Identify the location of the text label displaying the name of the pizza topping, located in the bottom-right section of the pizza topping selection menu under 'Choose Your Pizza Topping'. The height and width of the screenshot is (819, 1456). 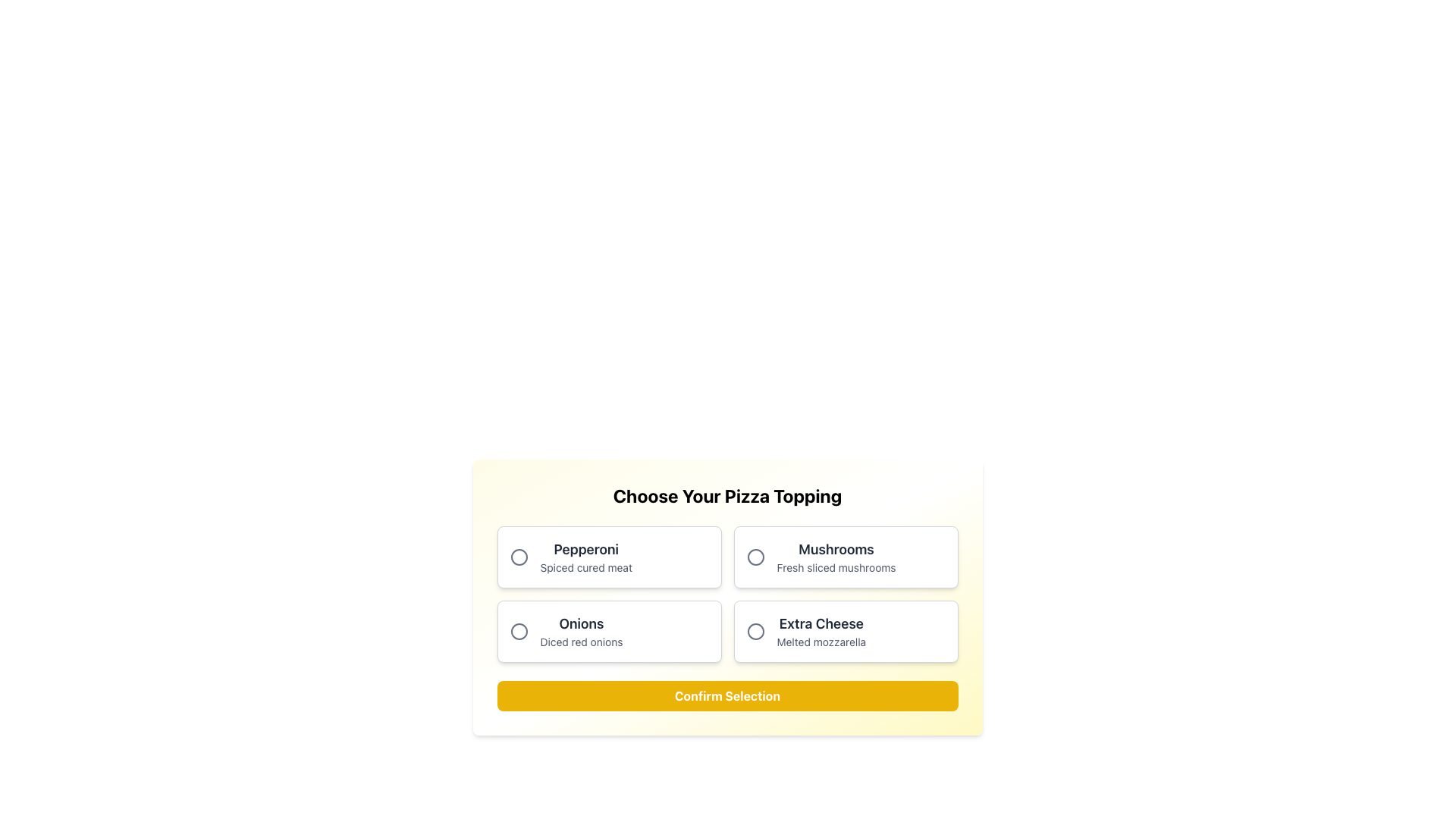
(821, 623).